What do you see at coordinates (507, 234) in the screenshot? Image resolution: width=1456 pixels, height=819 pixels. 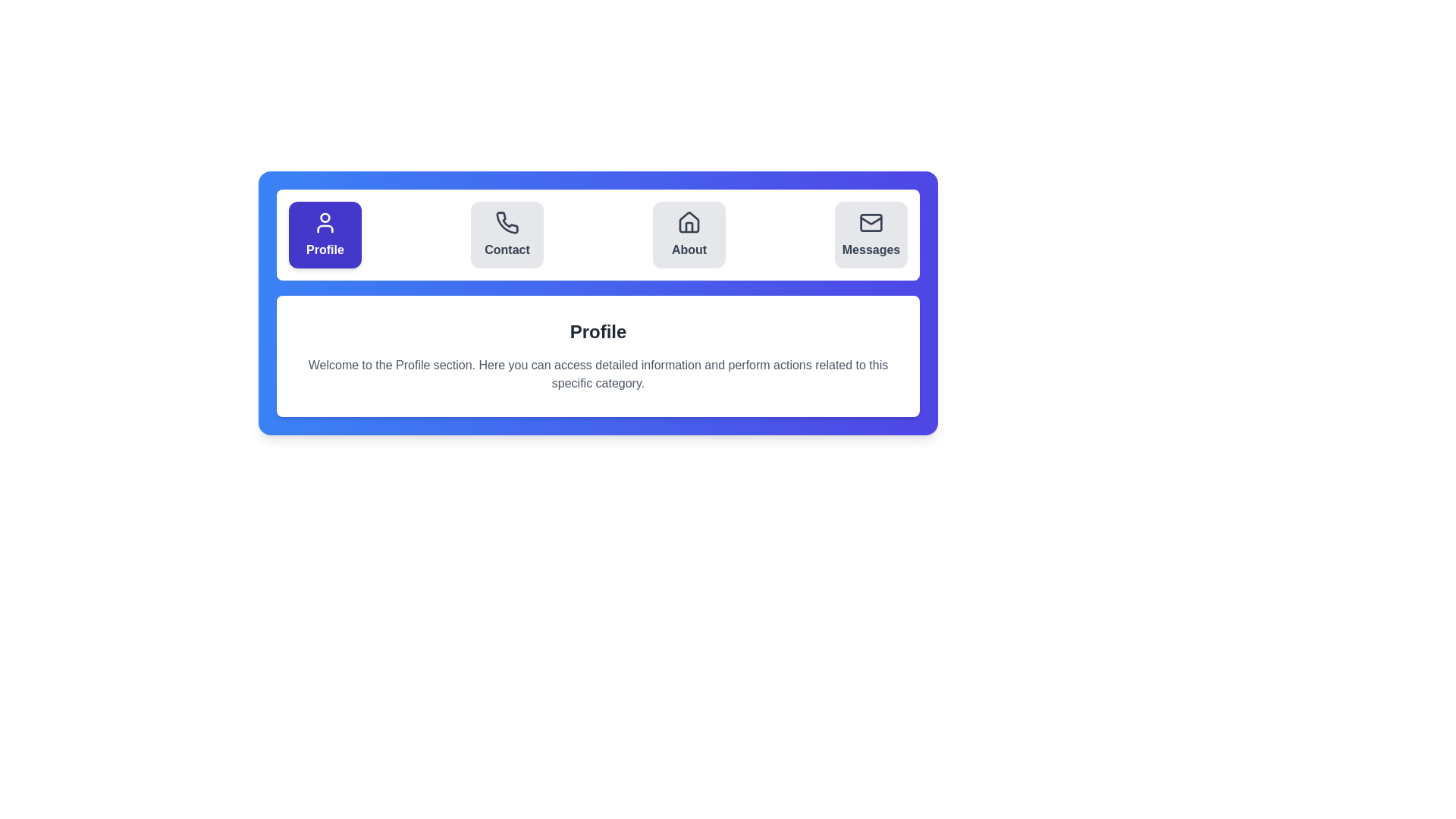 I see `the Contact tab by clicking its button` at bounding box center [507, 234].